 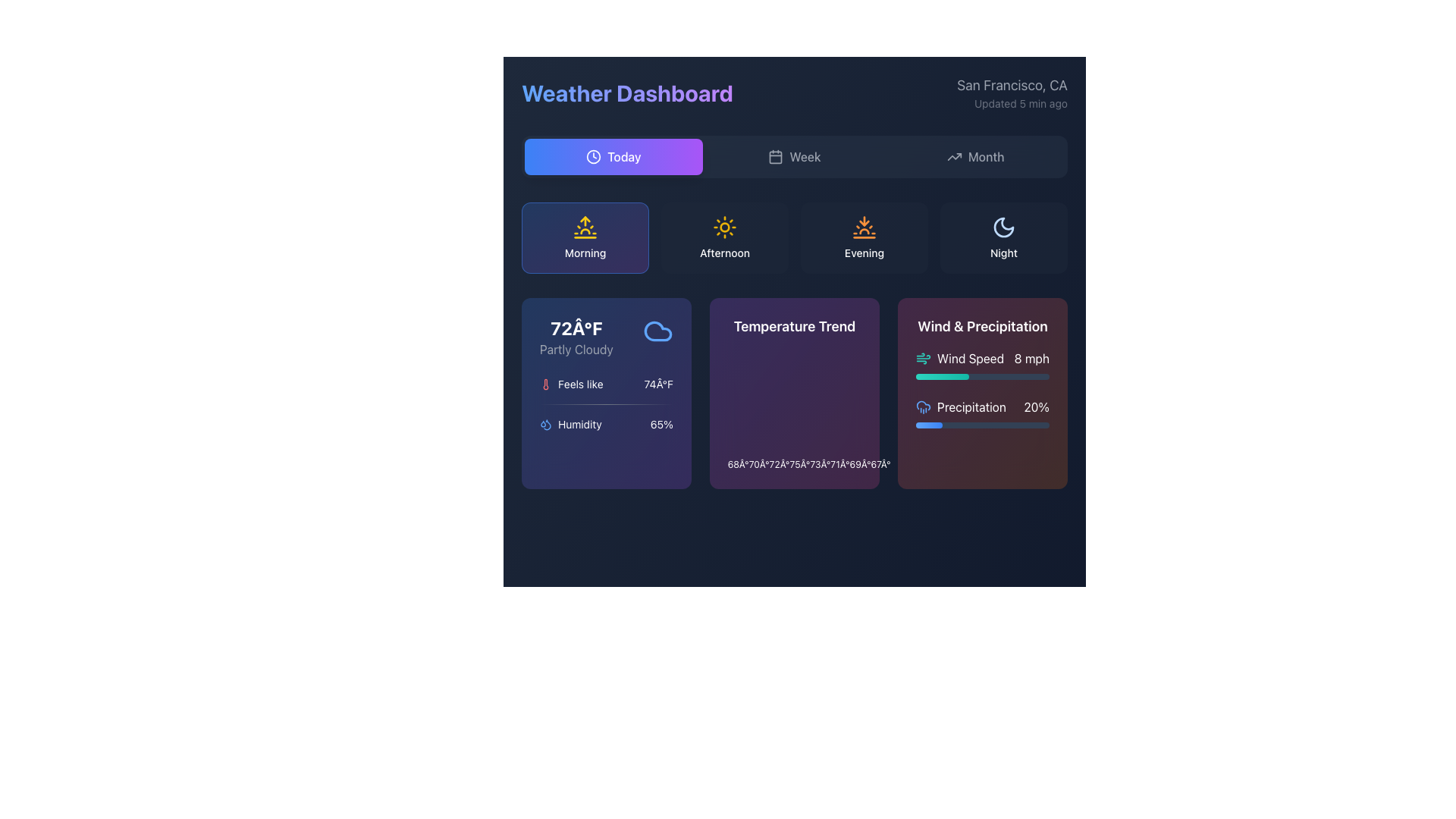 I want to click on the text label that says 'Feels like', which is rendered in white on a dark blue background, located between a thermometer icon and a numerical temperature value in the lower-left card of the main interface, so click(x=579, y=383).